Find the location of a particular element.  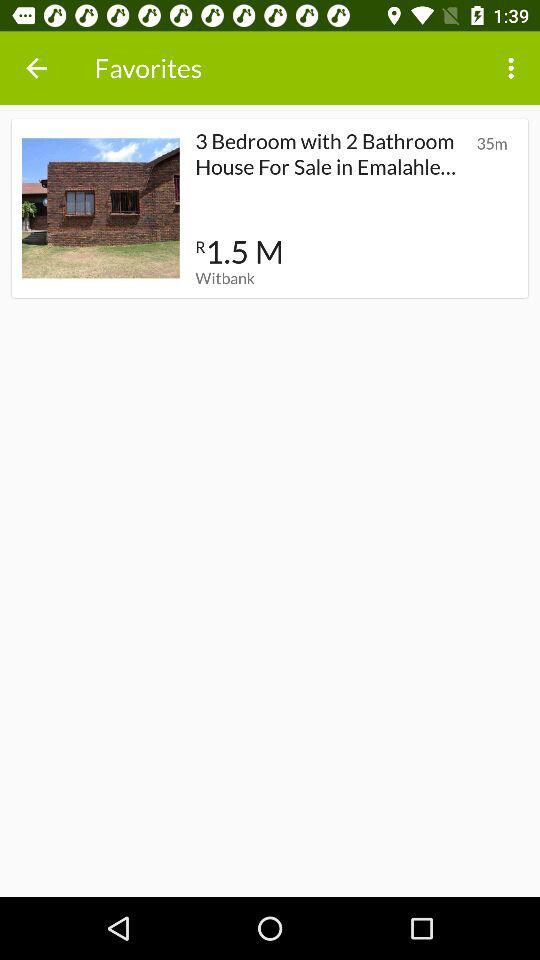

item next to favorites item is located at coordinates (36, 68).